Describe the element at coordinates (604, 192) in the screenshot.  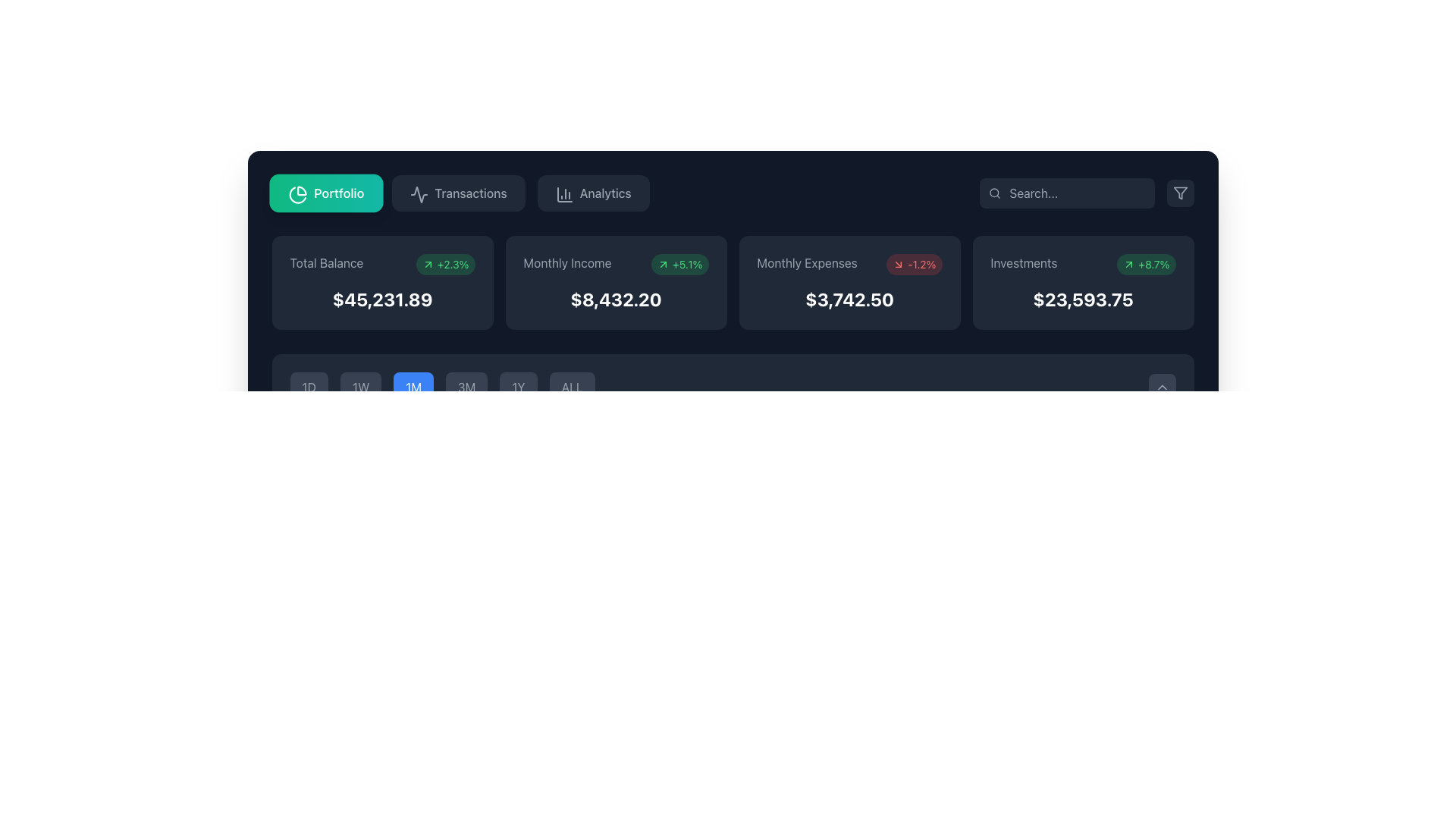
I see `the 'Analytics' text label within the navigation button, which is styled with a medium font weight and is part of a dark gray rounded button` at that location.